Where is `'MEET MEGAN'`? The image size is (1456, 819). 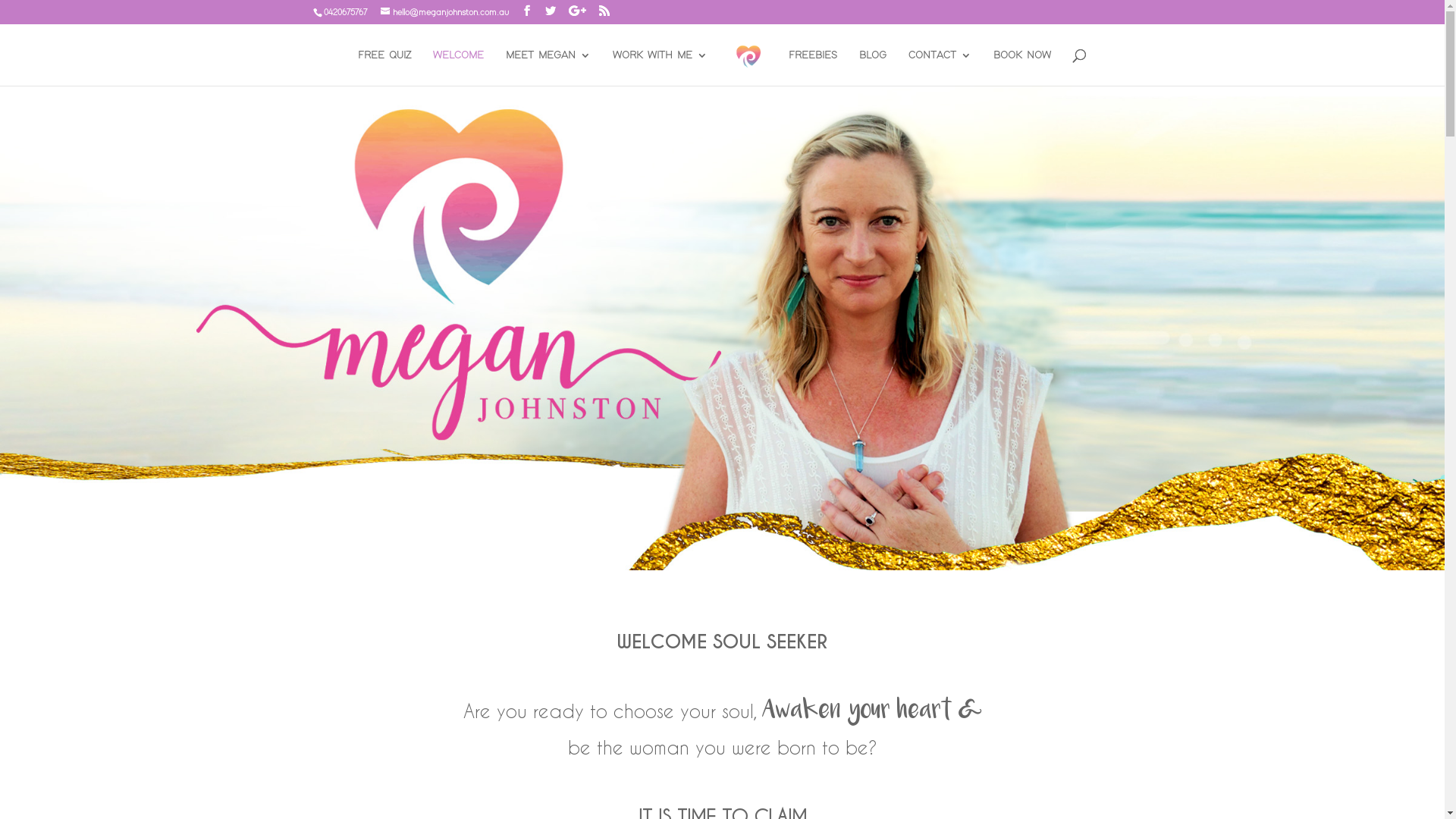
'MEET MEGAN' is located at coordinates (548, 67).